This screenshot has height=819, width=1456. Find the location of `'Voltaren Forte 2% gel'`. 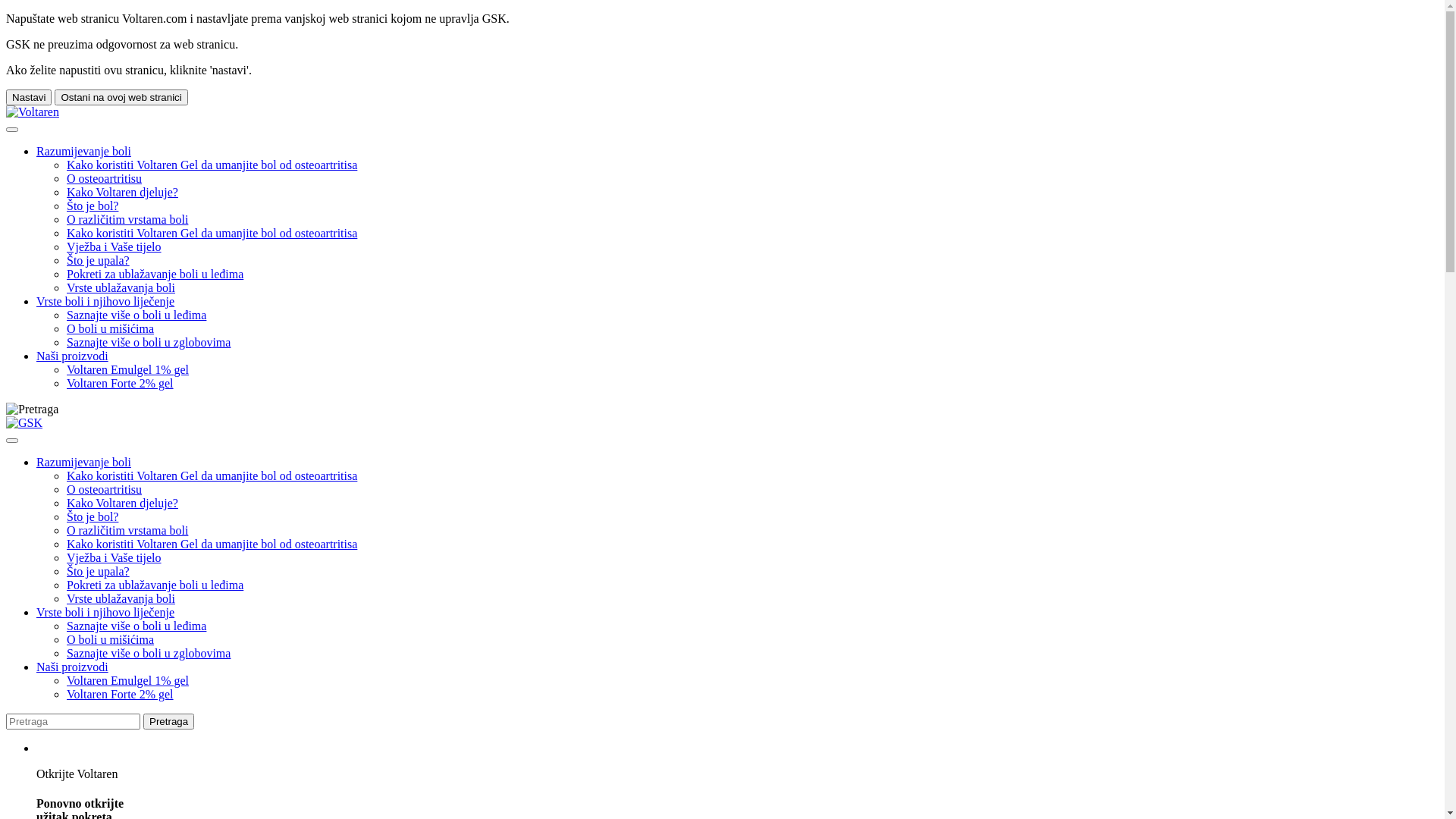

'Voltaren Forte 2% gel' is located at coordinates (119, 694).